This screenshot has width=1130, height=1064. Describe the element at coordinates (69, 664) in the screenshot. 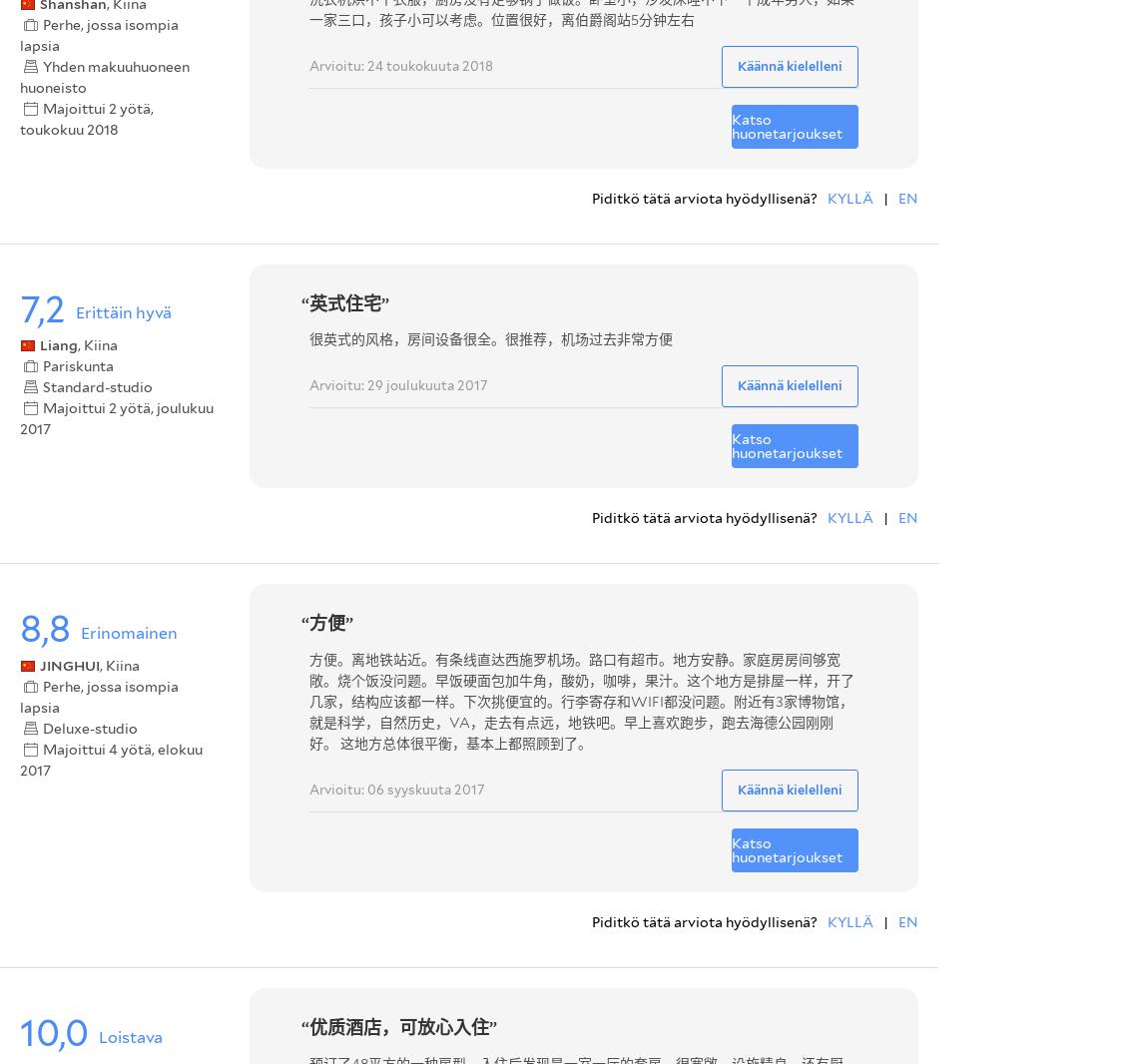

I see `'JINGHUI'` at that location.